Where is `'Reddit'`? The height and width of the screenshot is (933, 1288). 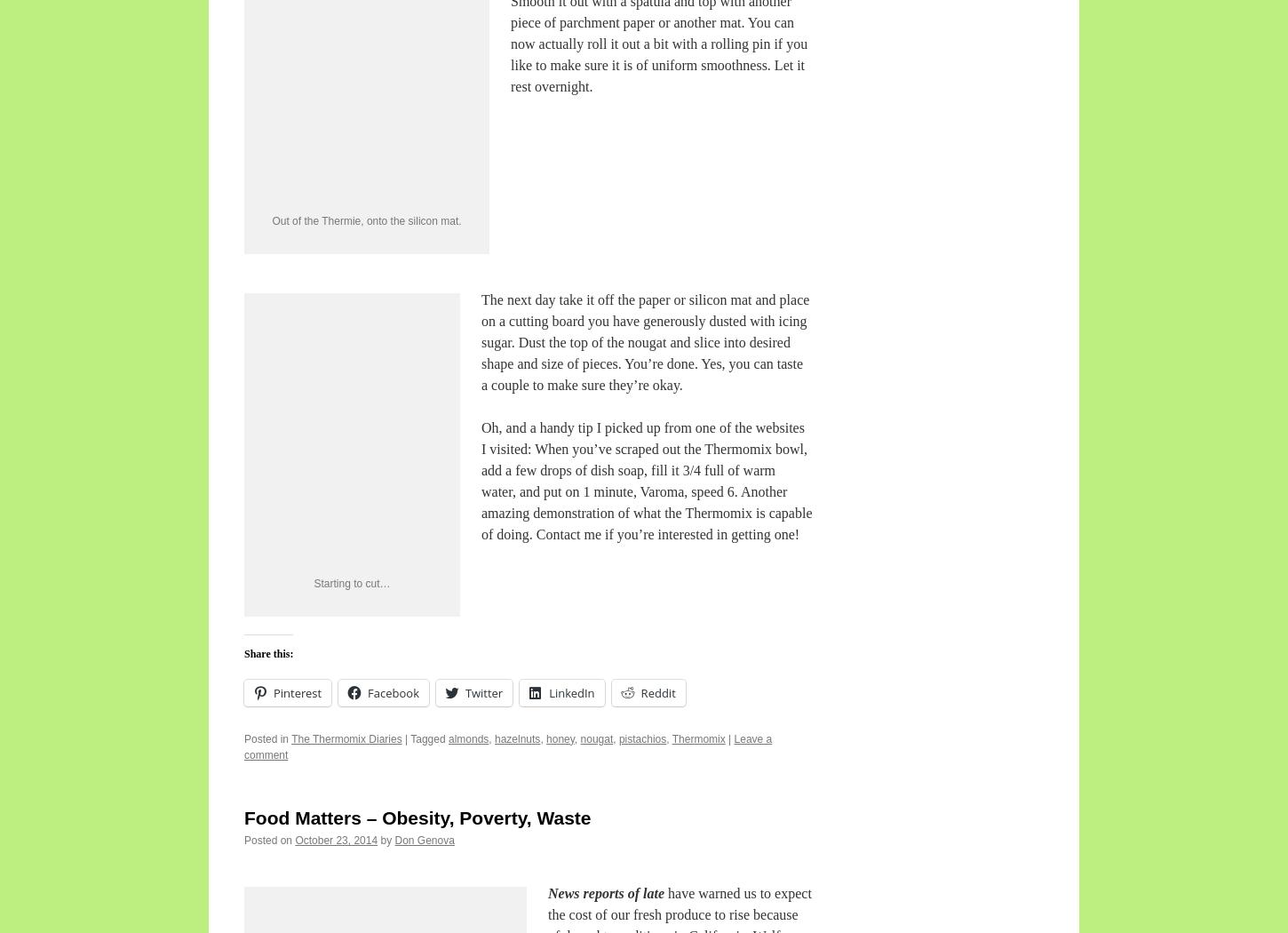
'Reddit' is located at coordinates (657, 691).